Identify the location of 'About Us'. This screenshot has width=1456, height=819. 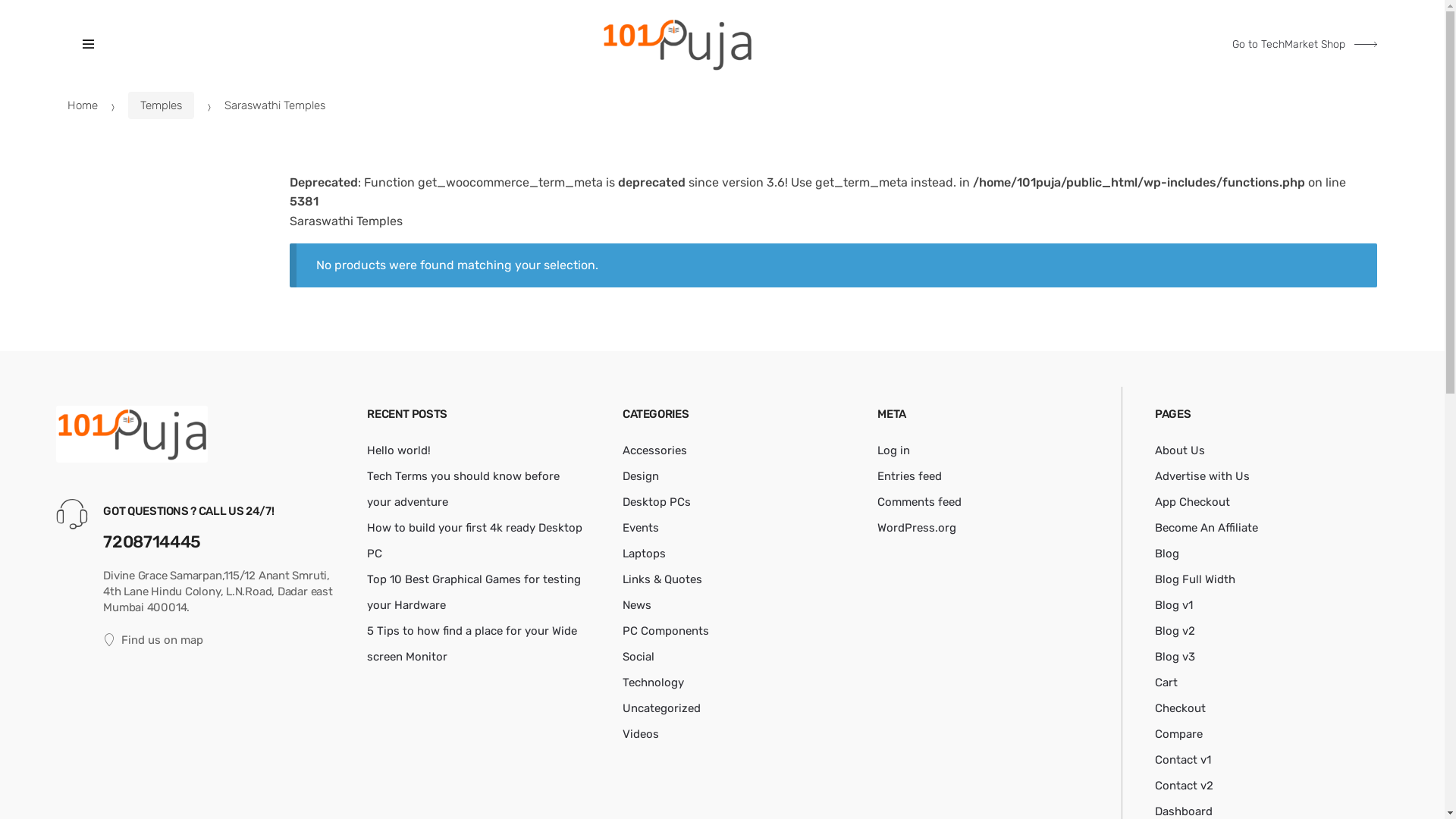
(1153, 450).